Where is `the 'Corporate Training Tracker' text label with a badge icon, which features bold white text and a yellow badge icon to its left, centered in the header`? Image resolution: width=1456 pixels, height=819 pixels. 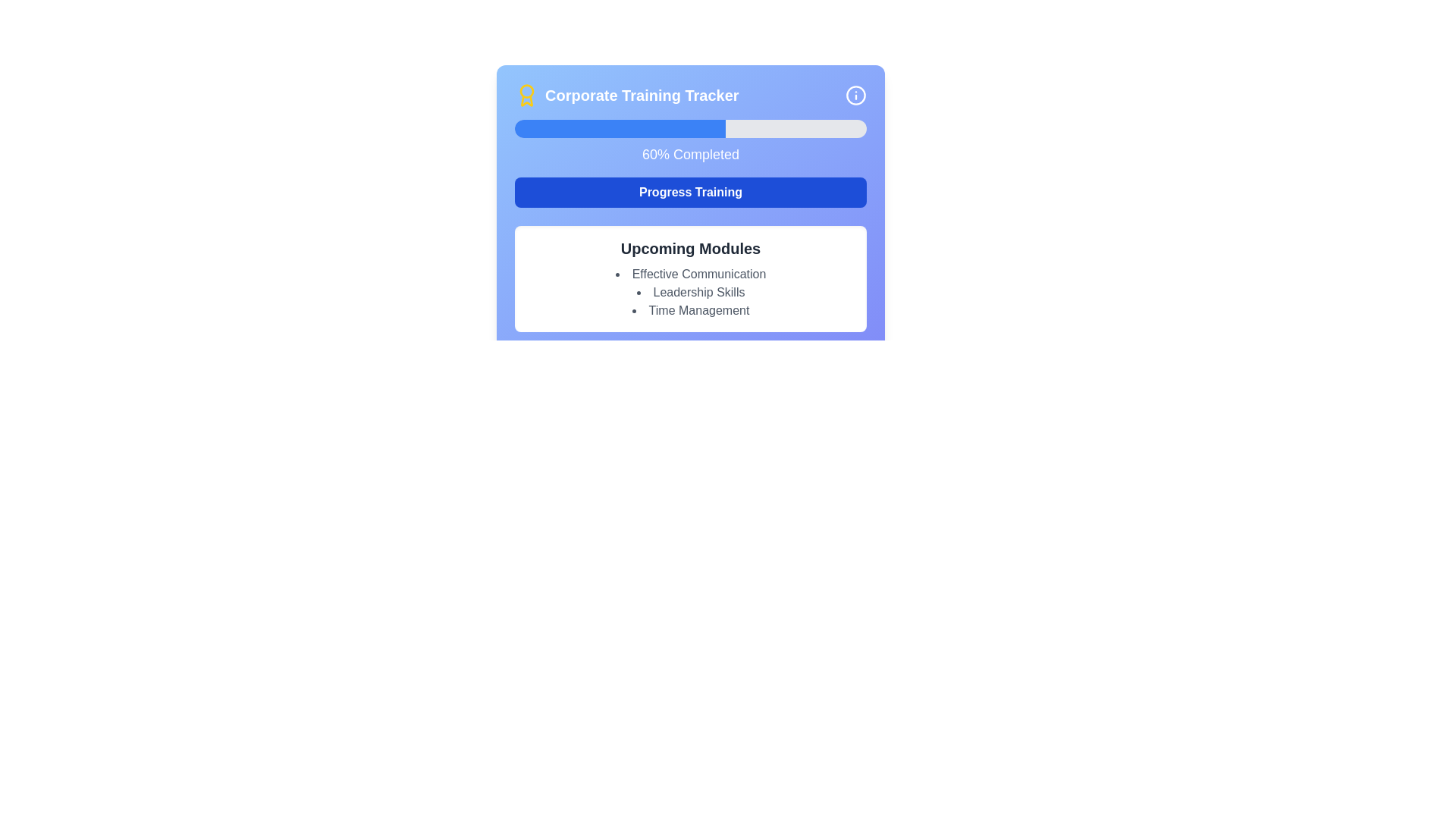
the 'Corporate Training Tracker' text label with a badge icon, which features bold white text and a yellow badge icon to its left, centered in the header is located at coordinates (626, 96).